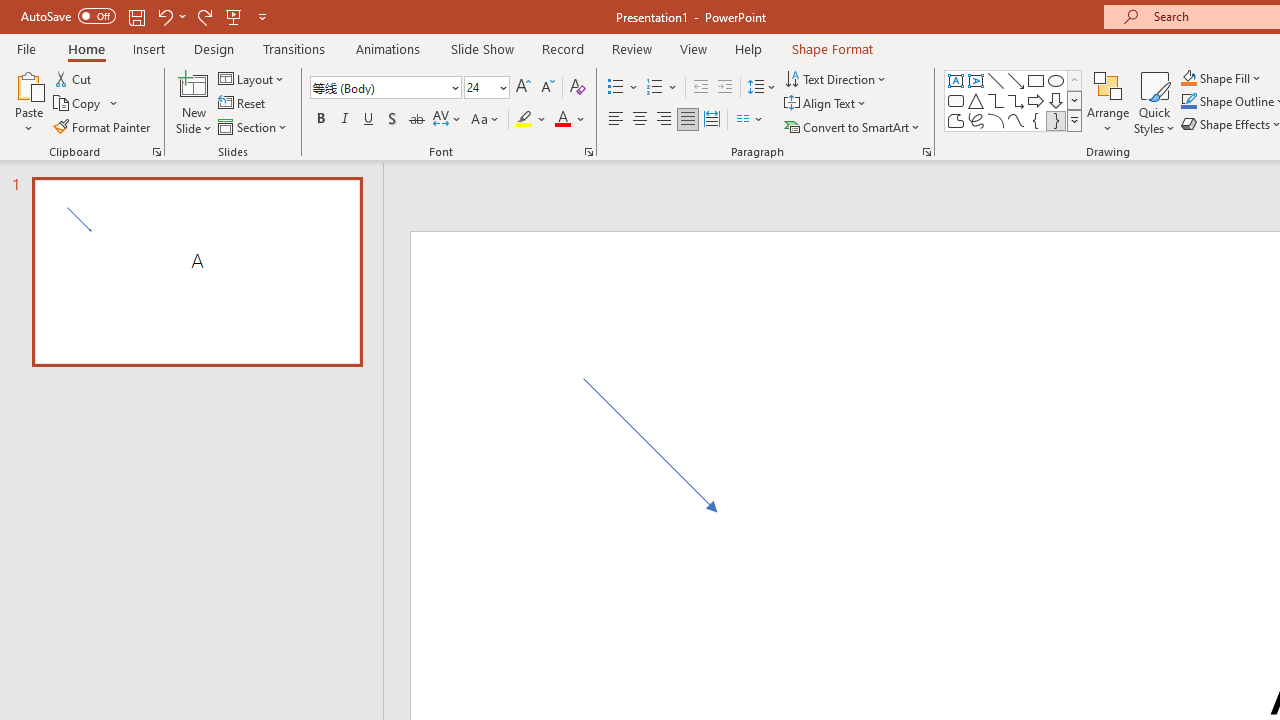  I want to click on 'Increase Font Size', so click(522, 86).